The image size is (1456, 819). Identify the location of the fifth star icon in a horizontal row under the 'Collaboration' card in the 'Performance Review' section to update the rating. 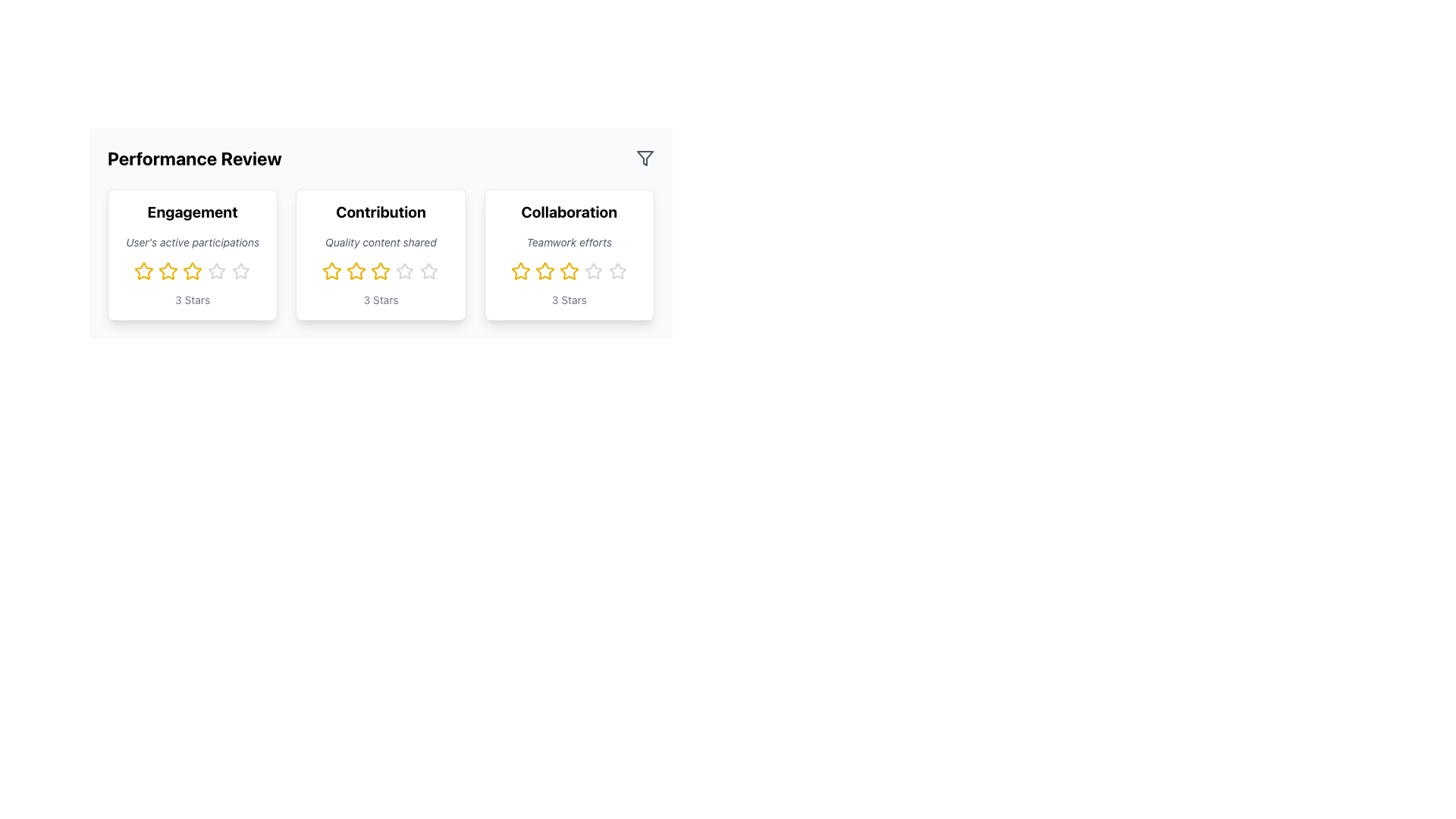
(617, 271).